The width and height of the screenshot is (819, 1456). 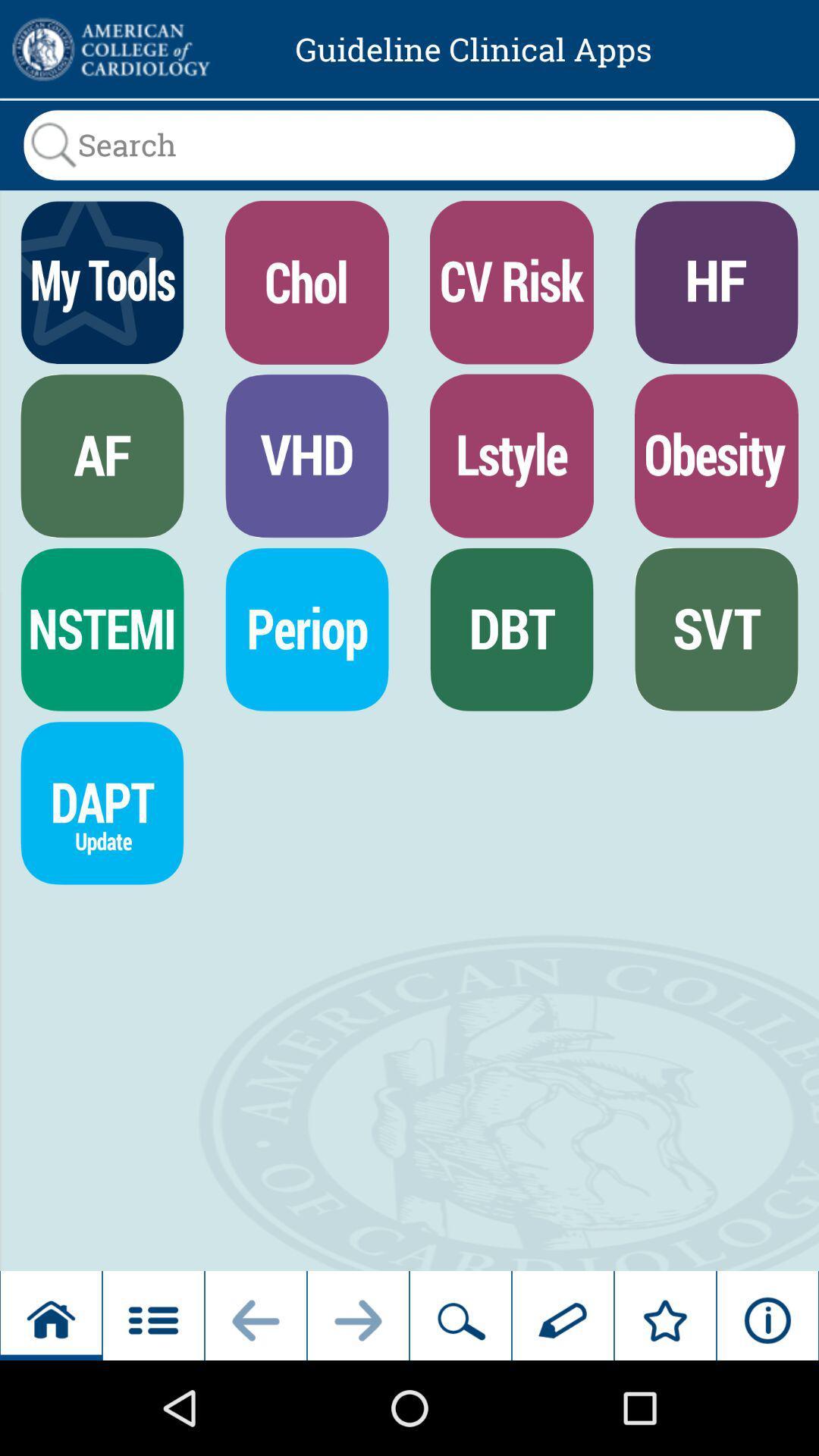 What do you see at coordinates (109, 49) in the screenshot?
I see `the item to the left of the guideline clinical apps icon` at bounding box center [109, 49].